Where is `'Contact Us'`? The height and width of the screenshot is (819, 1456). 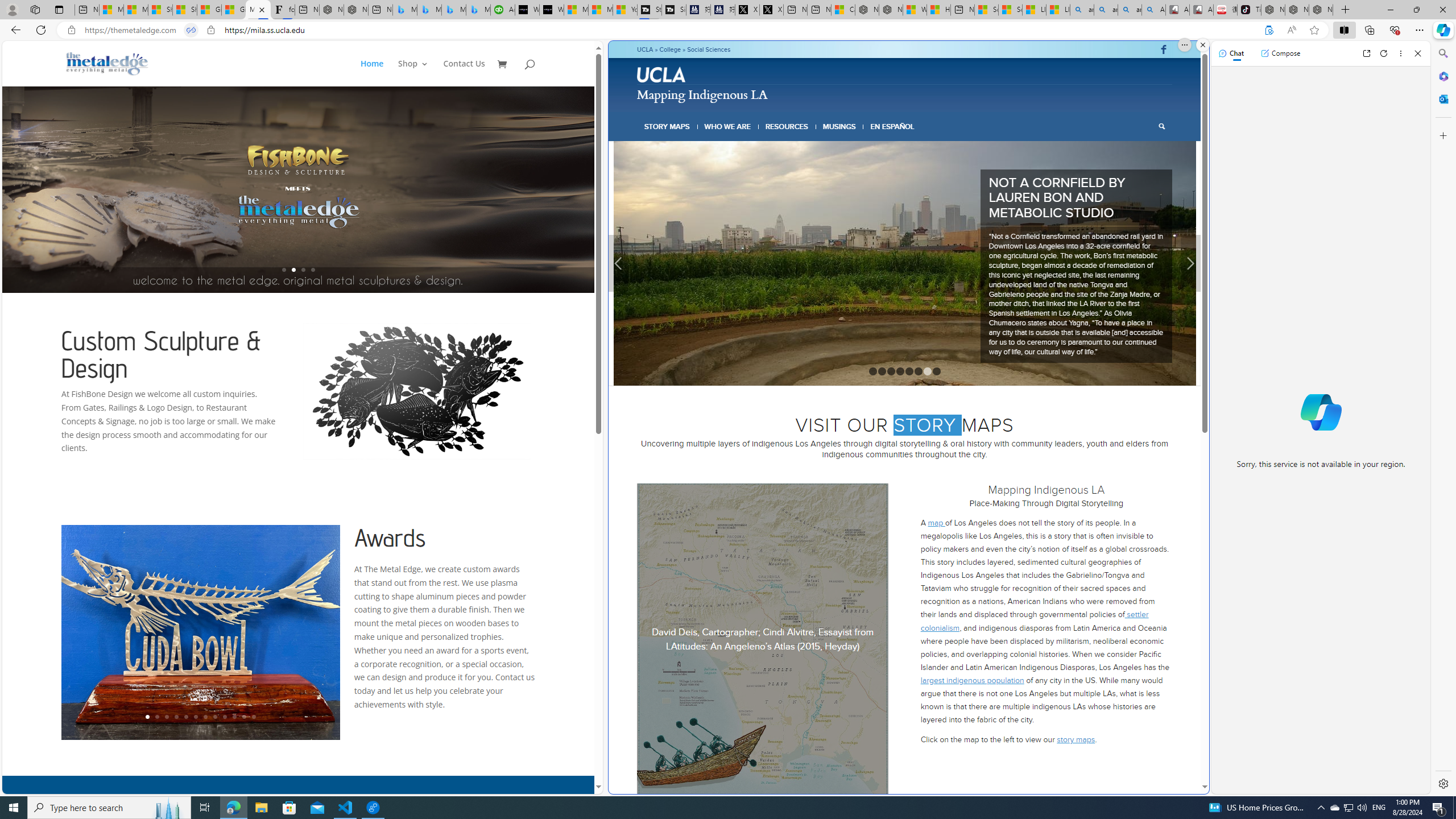
'Contact Us' is located at coordinates (464, 72).